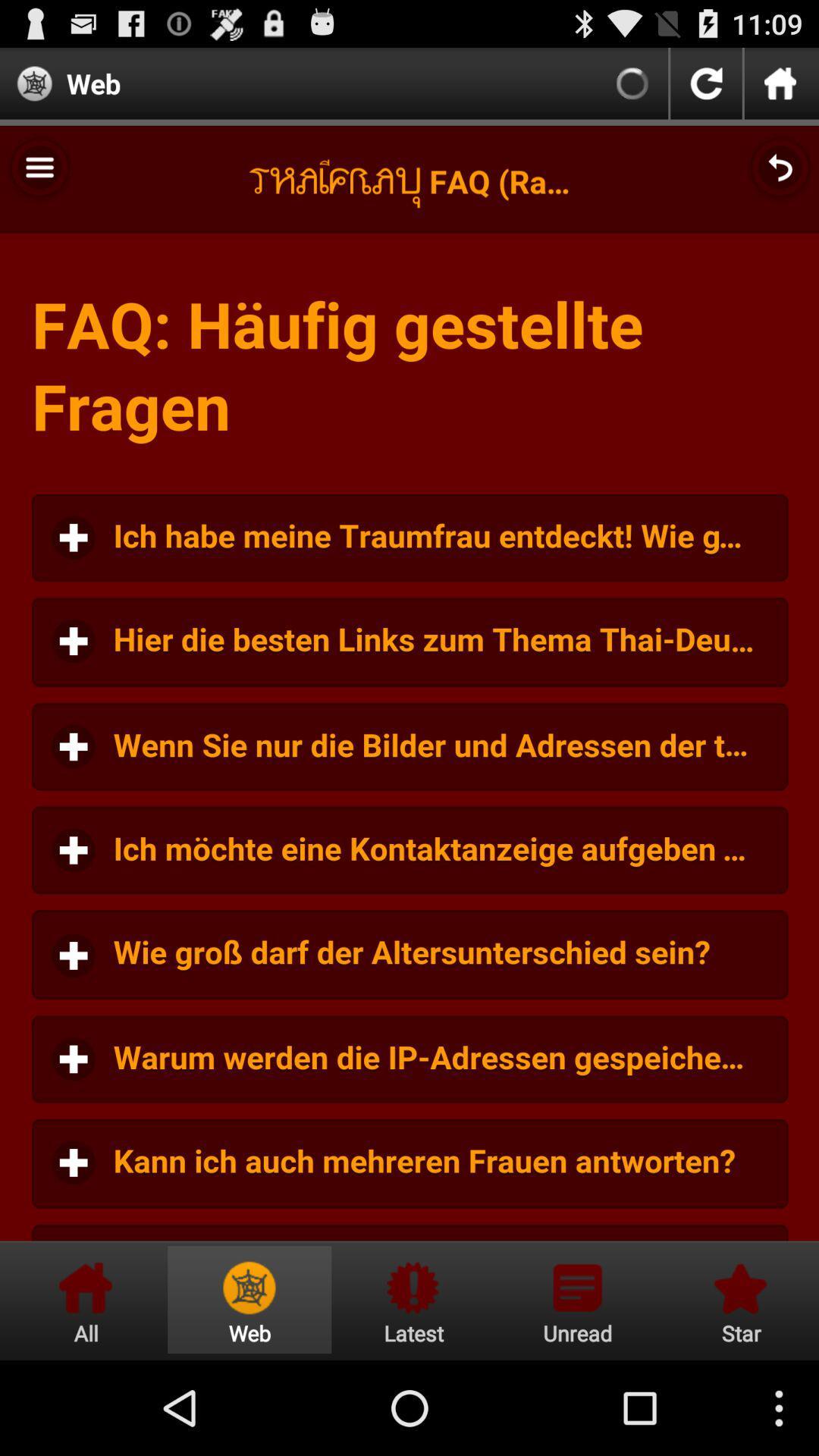 This screenshot has width=819, height=1456. What do you see at coordinates (86, 1299) in the screenshot?
I see `return to home page` at bounding box center [86, 1299].